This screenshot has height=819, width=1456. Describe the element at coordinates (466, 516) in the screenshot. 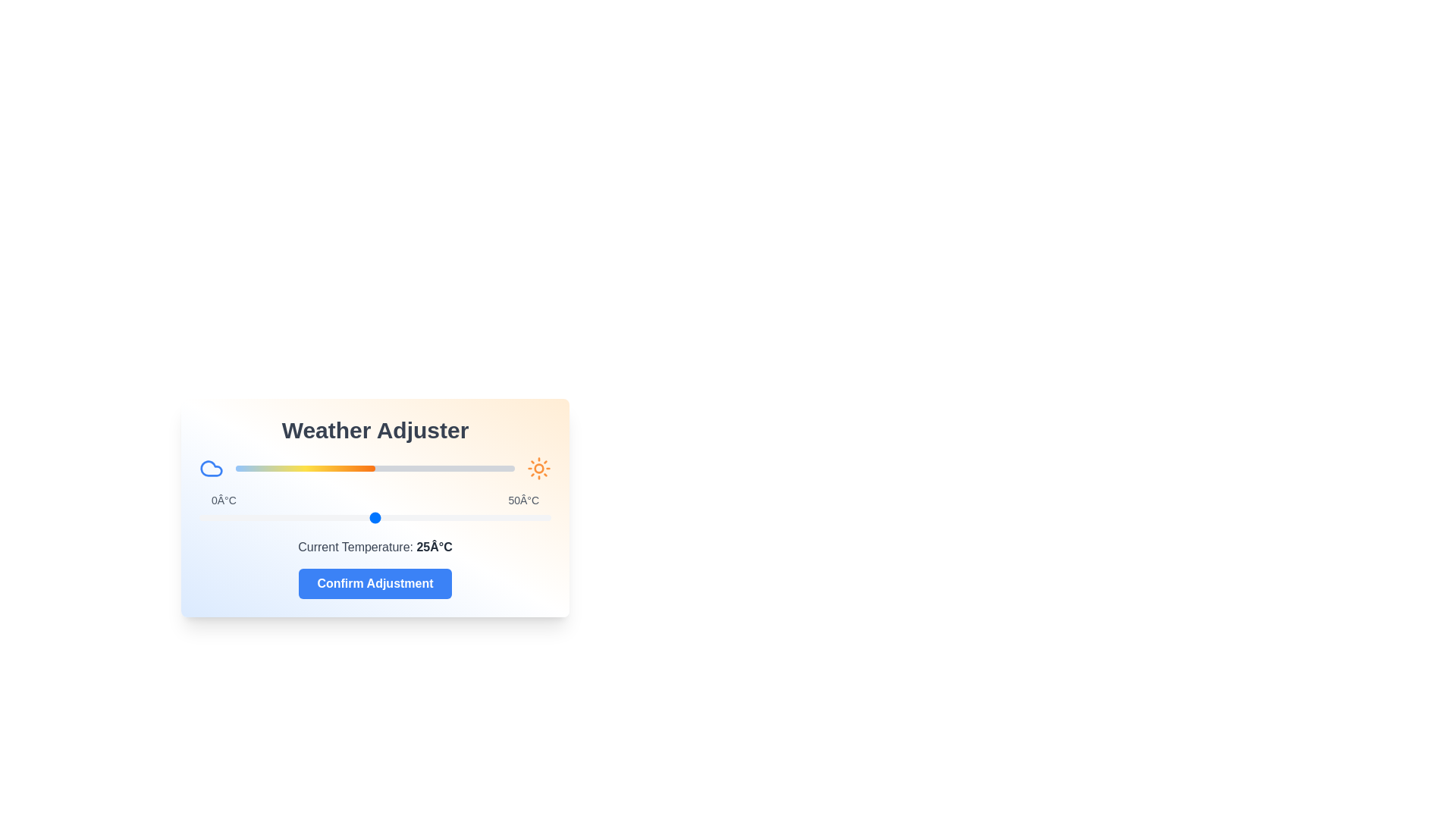

I see `the temperature slider to set the temperature to 38°C` at that location.